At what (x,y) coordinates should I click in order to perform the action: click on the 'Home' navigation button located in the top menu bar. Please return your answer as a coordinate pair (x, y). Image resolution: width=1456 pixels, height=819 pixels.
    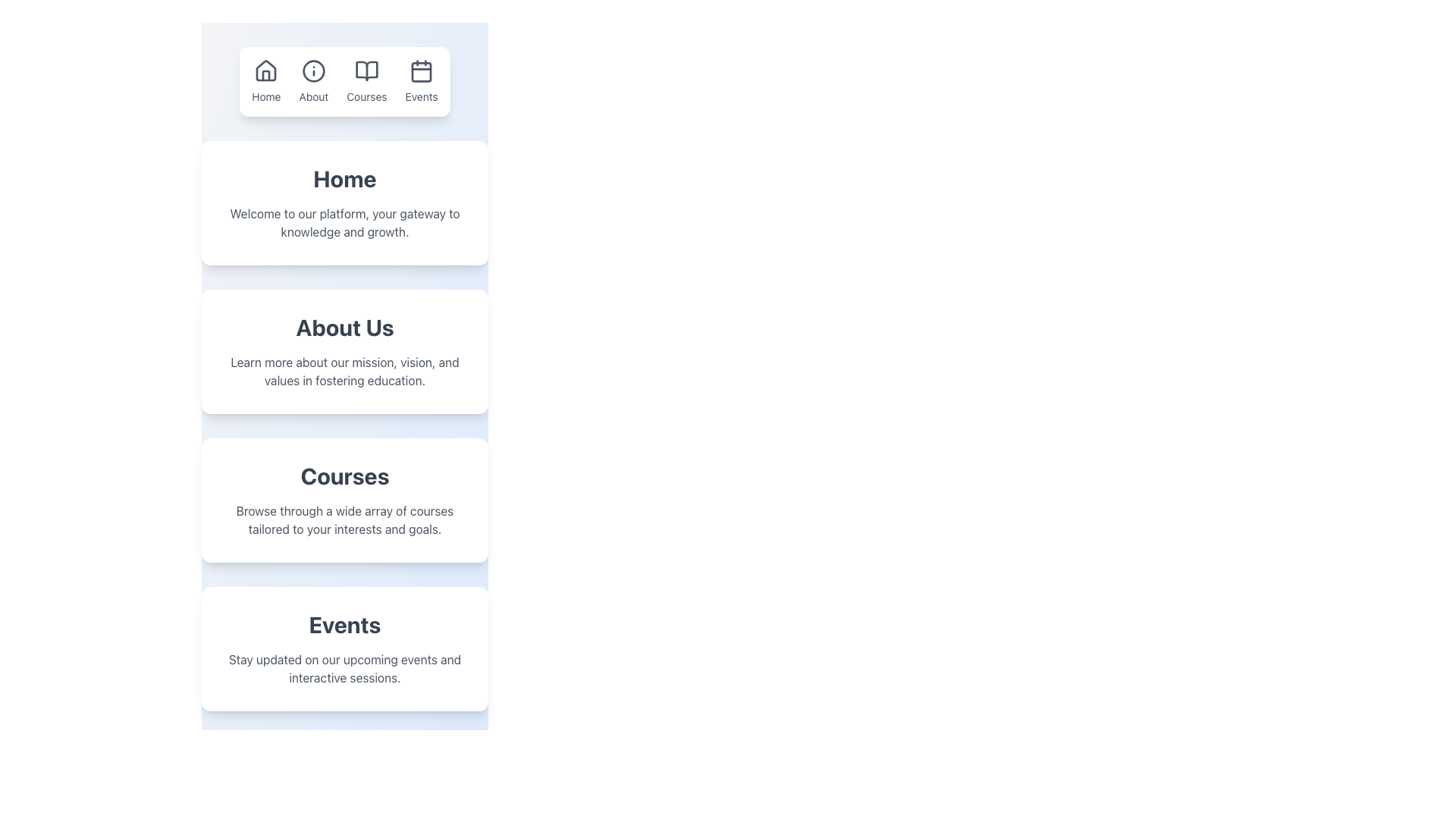
    Looking at the image, I should click on (266, 82).